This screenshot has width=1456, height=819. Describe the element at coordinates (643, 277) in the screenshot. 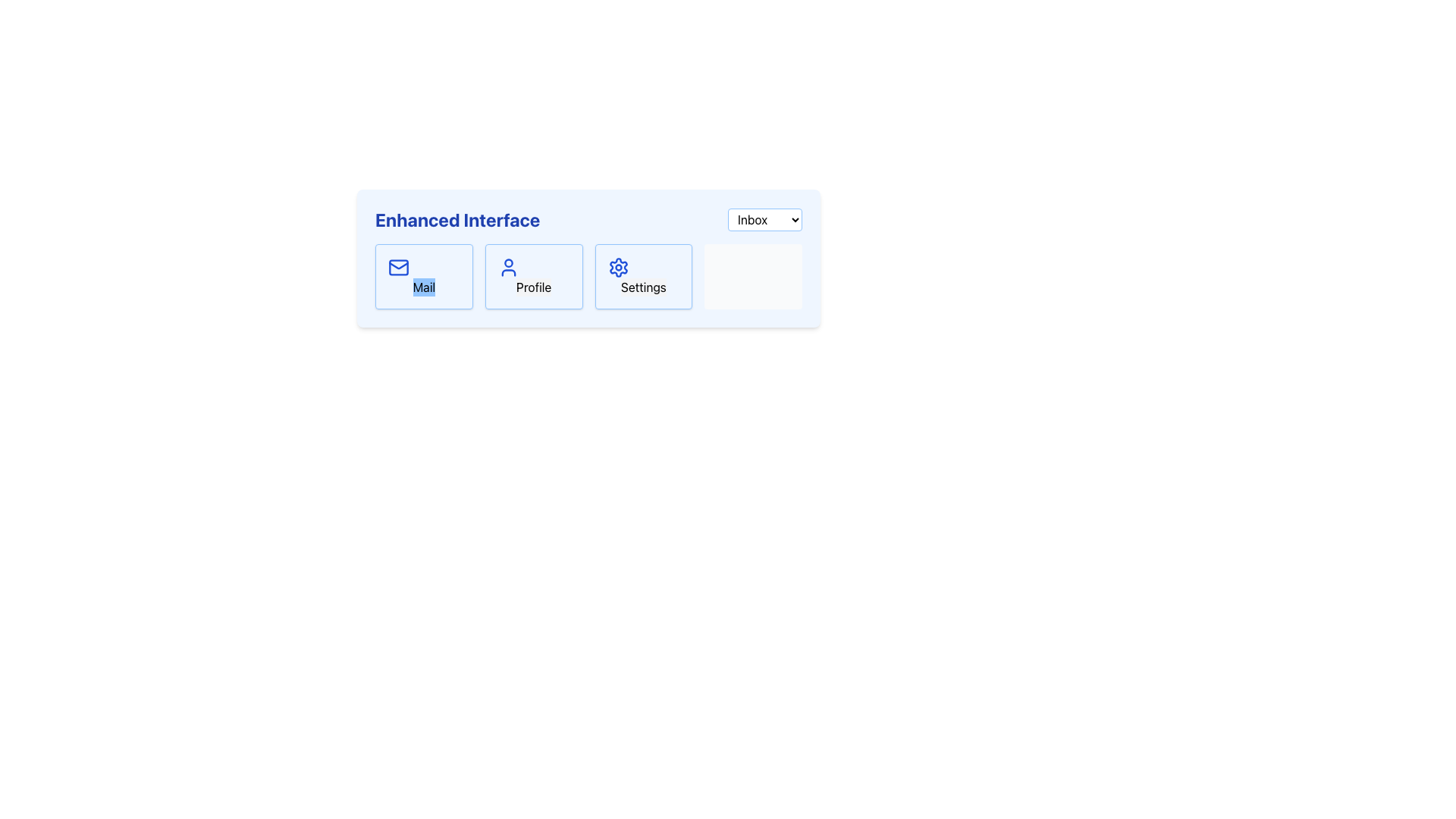

I see `the 'Settings' button element` at that location.